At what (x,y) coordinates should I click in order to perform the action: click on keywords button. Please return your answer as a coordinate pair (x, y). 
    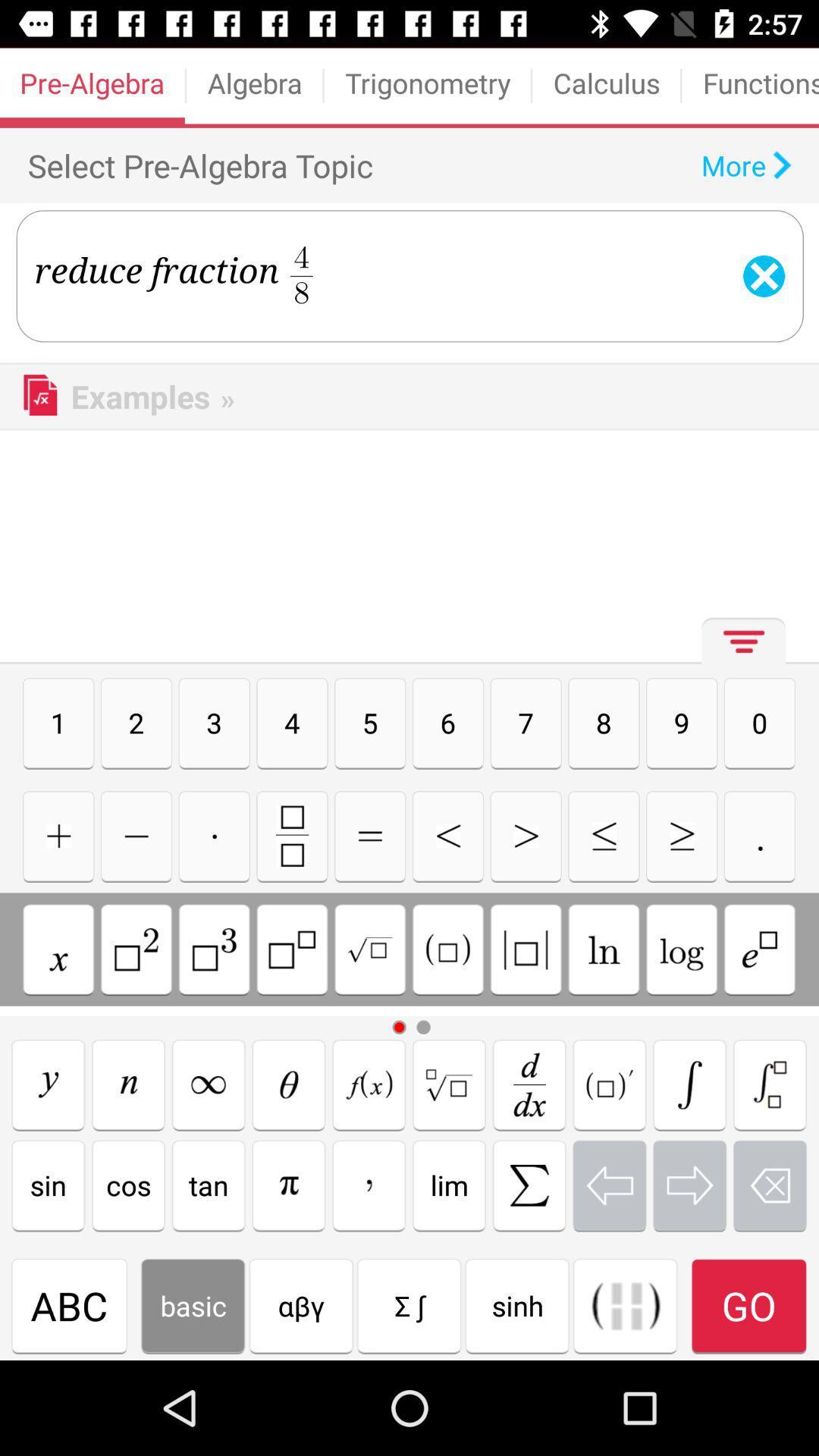
    Looking at the image, I should click on (292, 949).